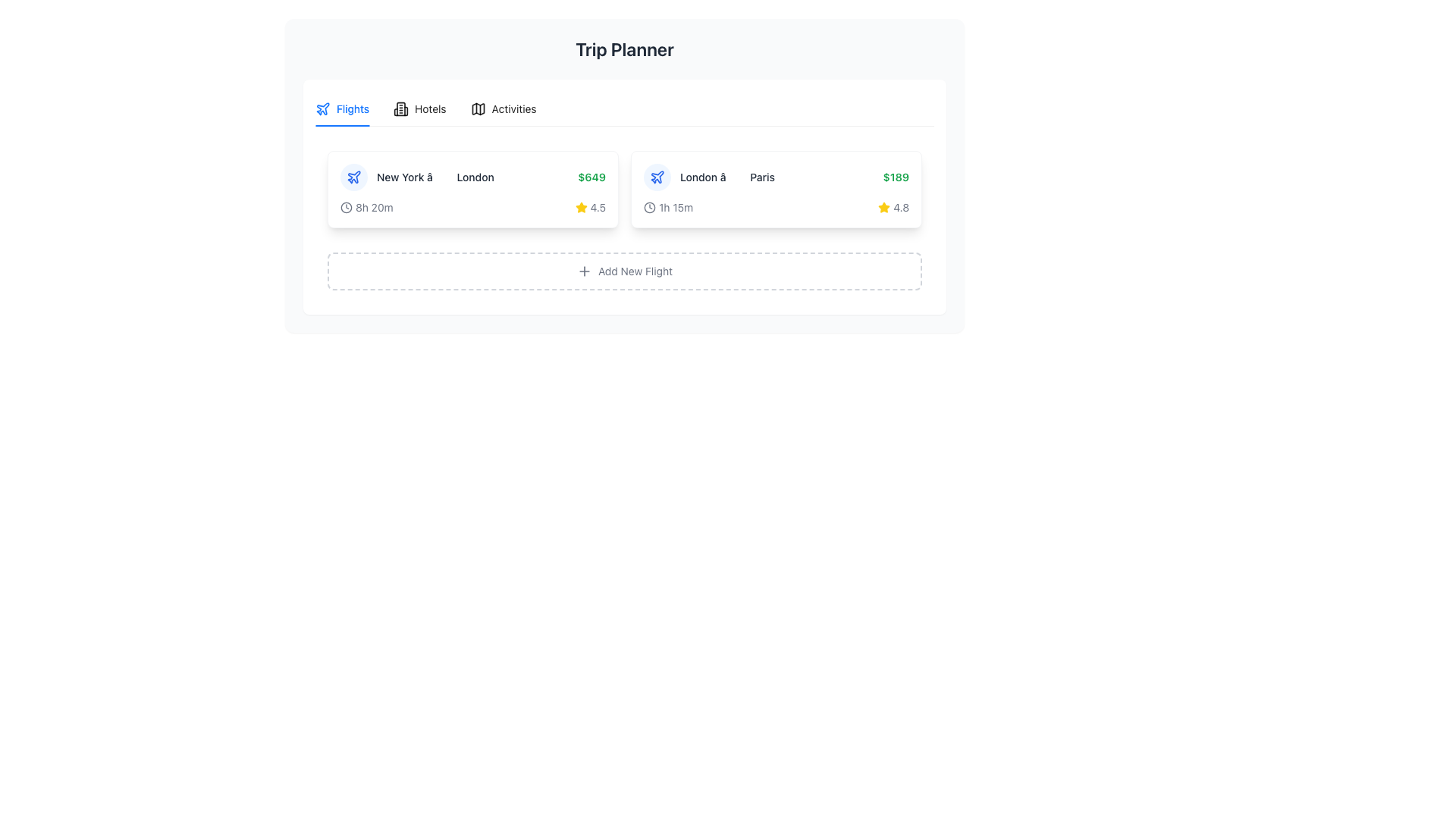  Describe the element at coordinates (580, 207) in the screenshot. I see `the star icon representing a rating of 4.8 located in the lower-right section of the flight details card for the route London to Paris` at that location.